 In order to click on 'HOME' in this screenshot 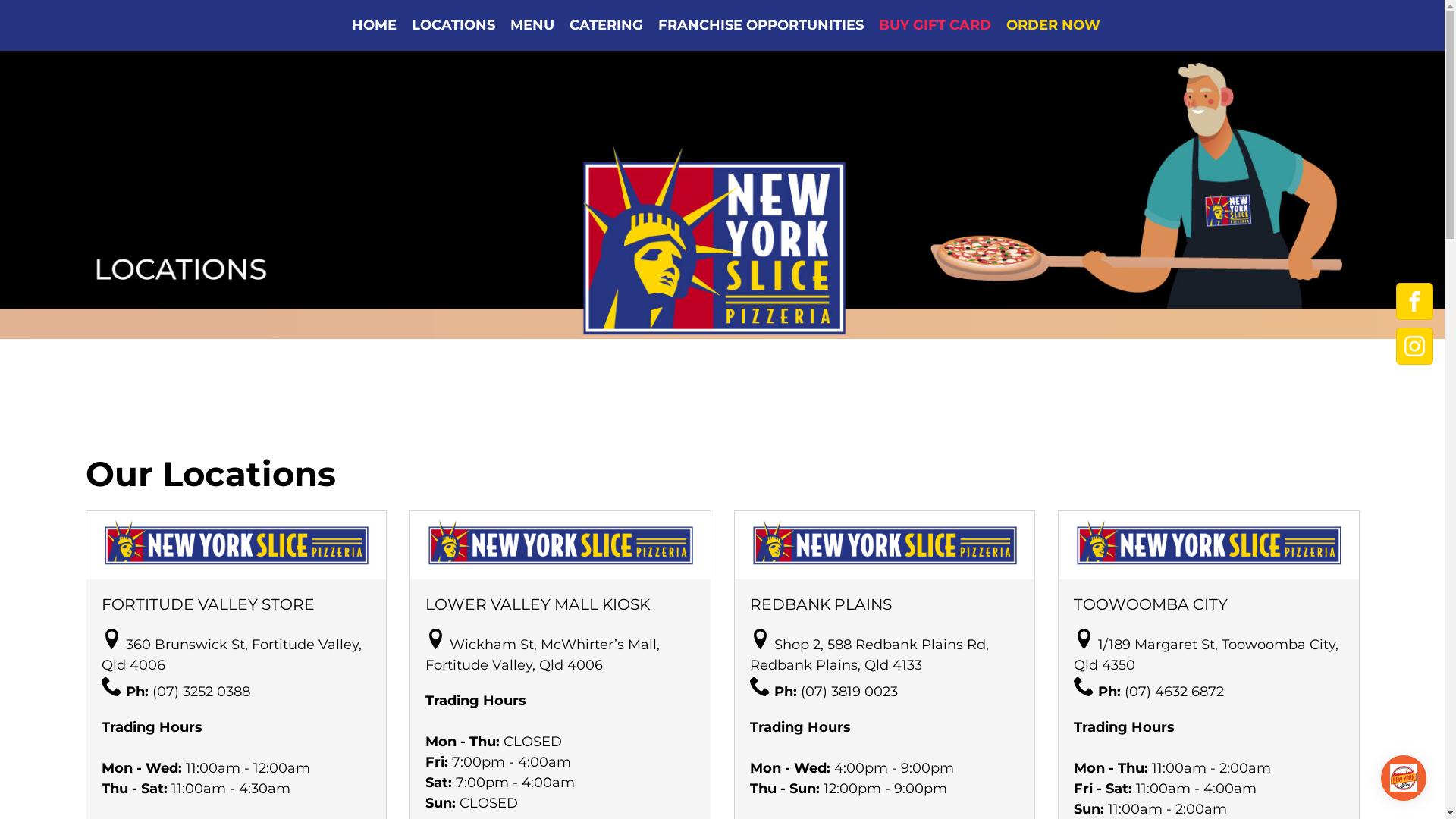, I will do `click(374, 25)`.